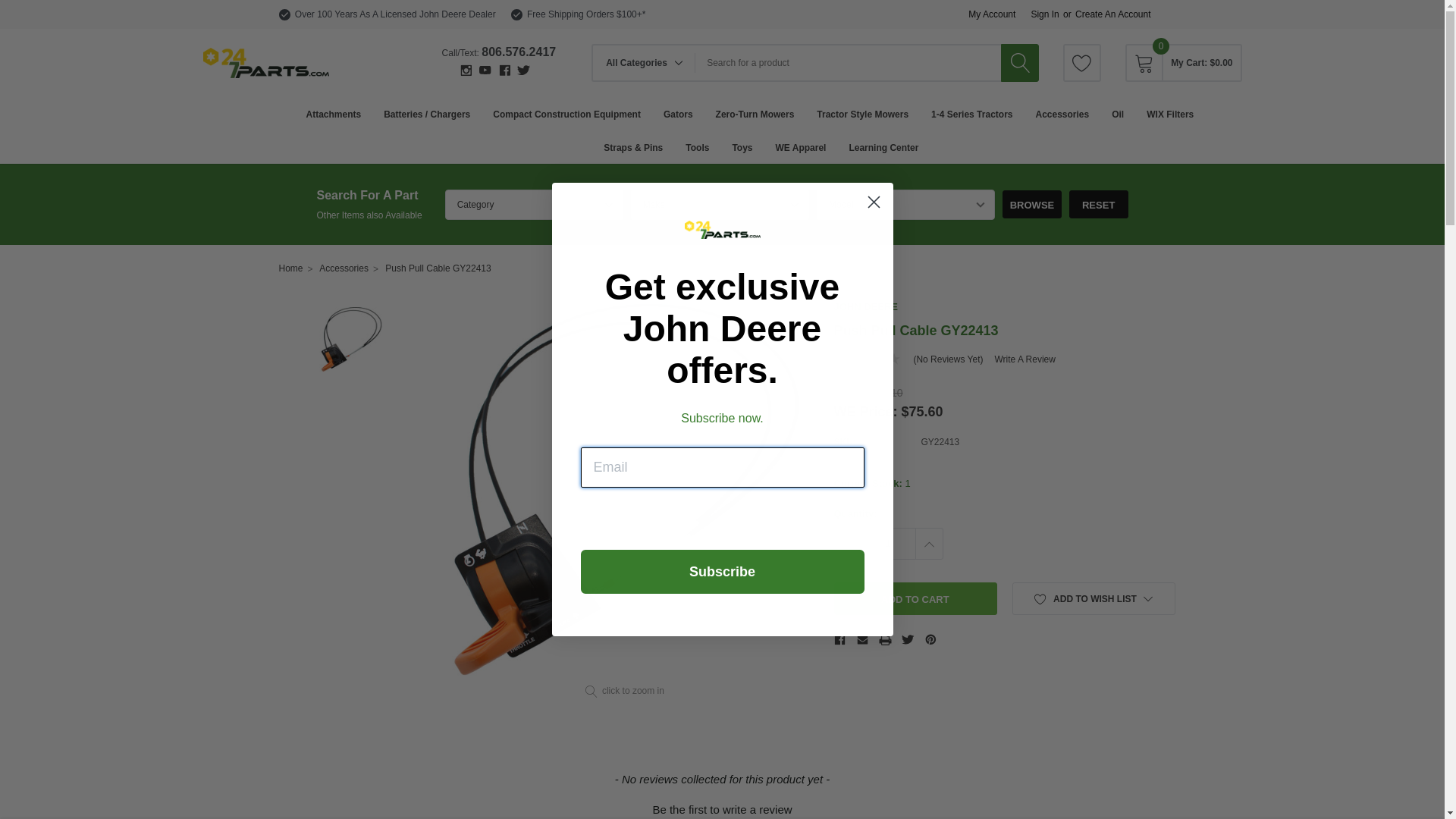 The image size is (1456, 819). What do you see at coordinates (633, 146) in the screenshot?
I see `'Straps & Pins'` at bounding box center [633, 146].